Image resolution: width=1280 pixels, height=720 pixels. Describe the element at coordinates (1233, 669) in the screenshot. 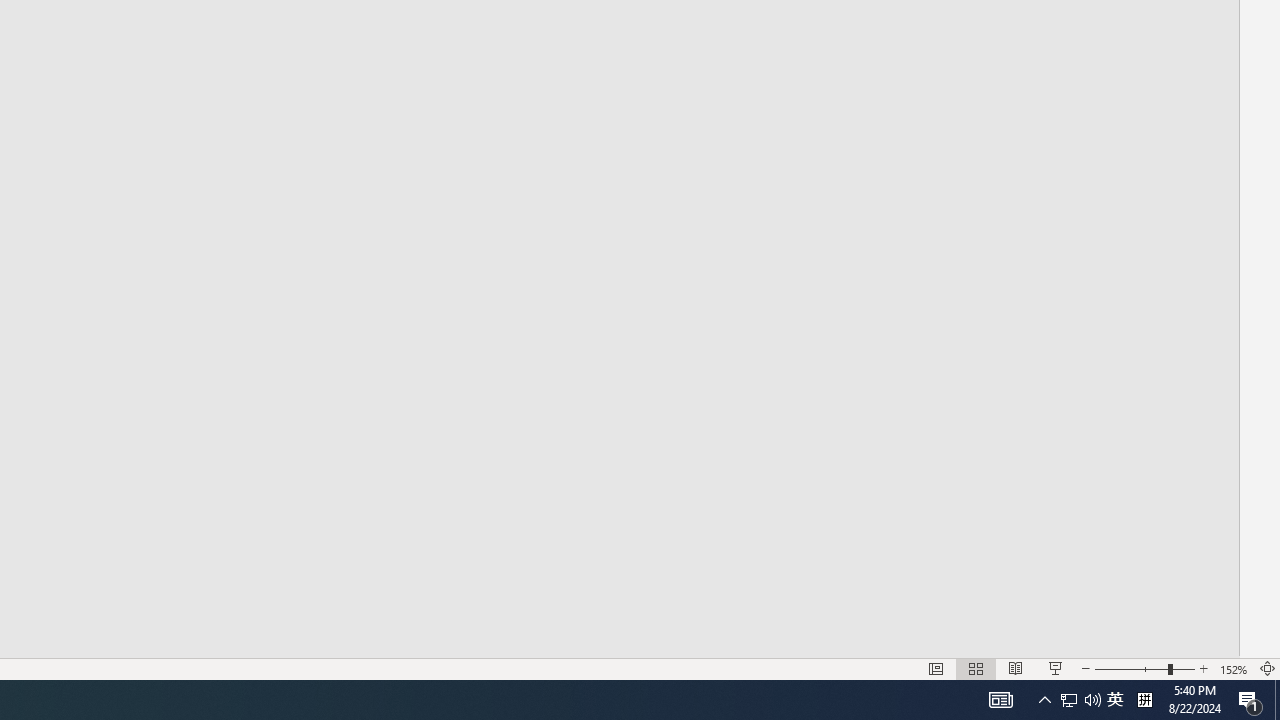

I see `'Zoom 152%'` at that location.